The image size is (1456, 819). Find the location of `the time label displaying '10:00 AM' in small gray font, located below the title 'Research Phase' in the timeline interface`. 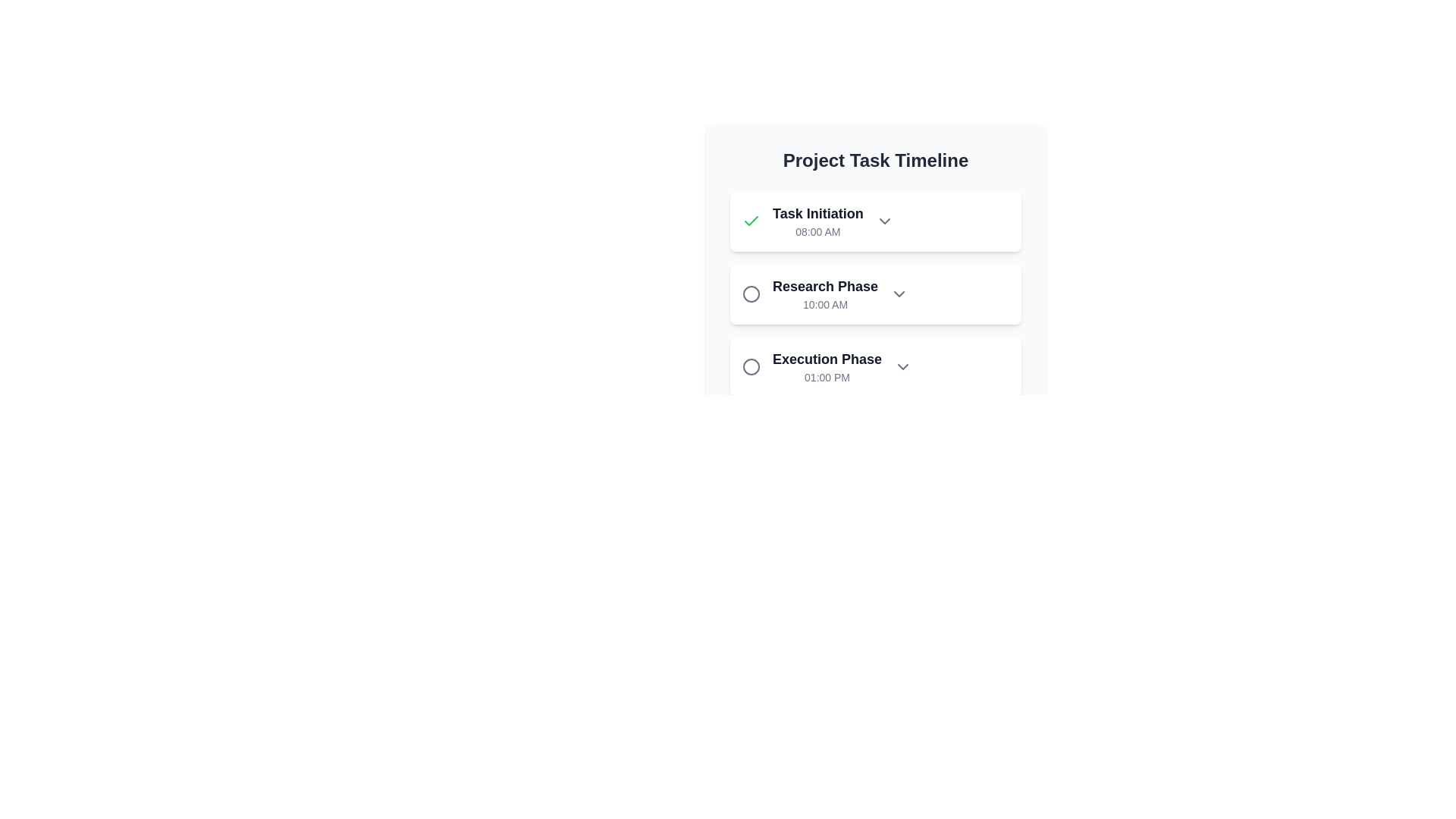

the time label displaying '10:00 AM' in small gray font, located below the title 'Research Phase' in the timeline interface is located at coordinates (824, 304).